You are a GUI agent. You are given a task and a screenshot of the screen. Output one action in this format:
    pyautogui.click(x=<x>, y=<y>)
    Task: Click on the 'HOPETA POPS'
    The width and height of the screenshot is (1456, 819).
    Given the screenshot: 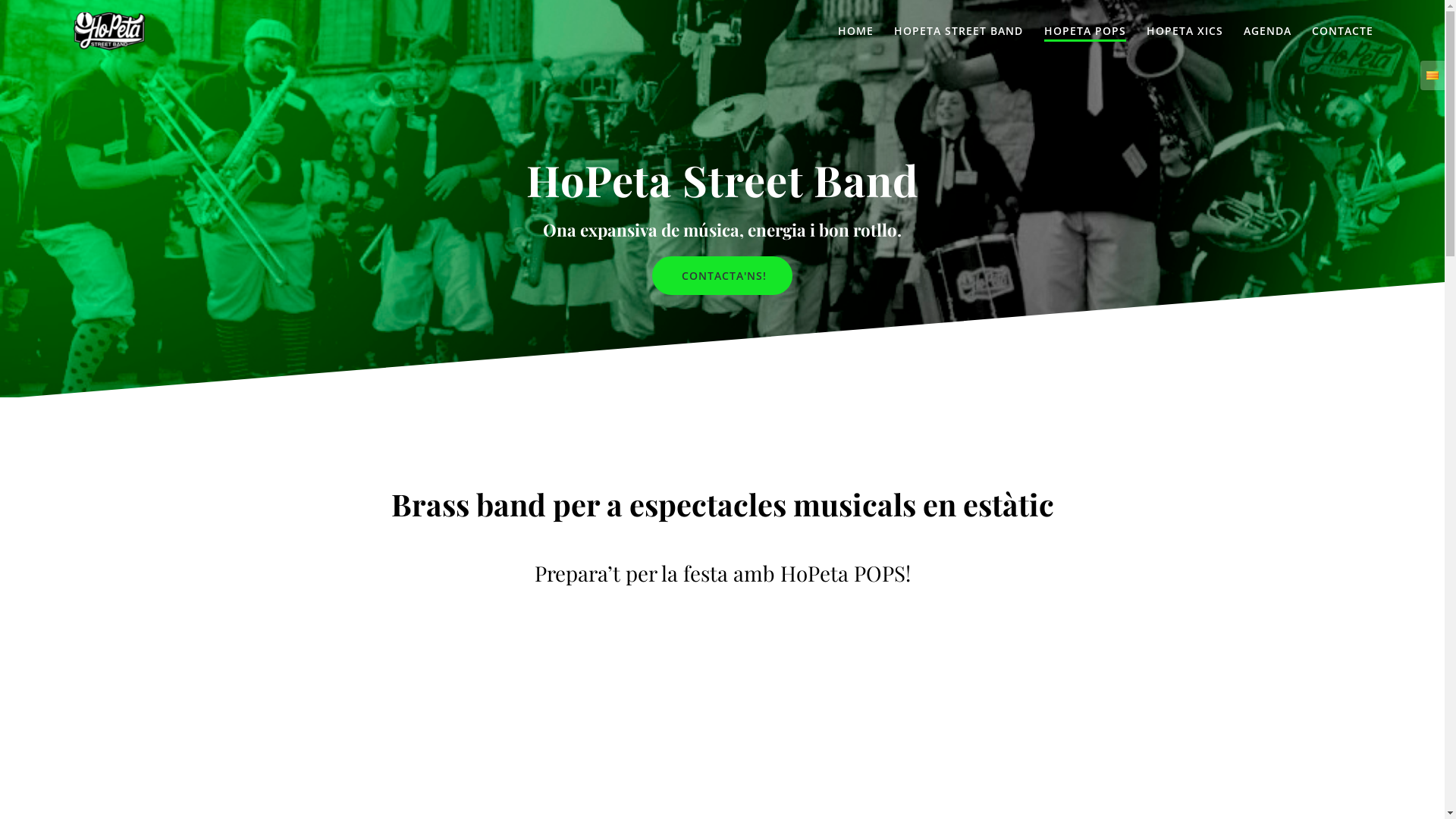 What is the action you would take?
    pyautogui.click(x=1043, y=32)
    